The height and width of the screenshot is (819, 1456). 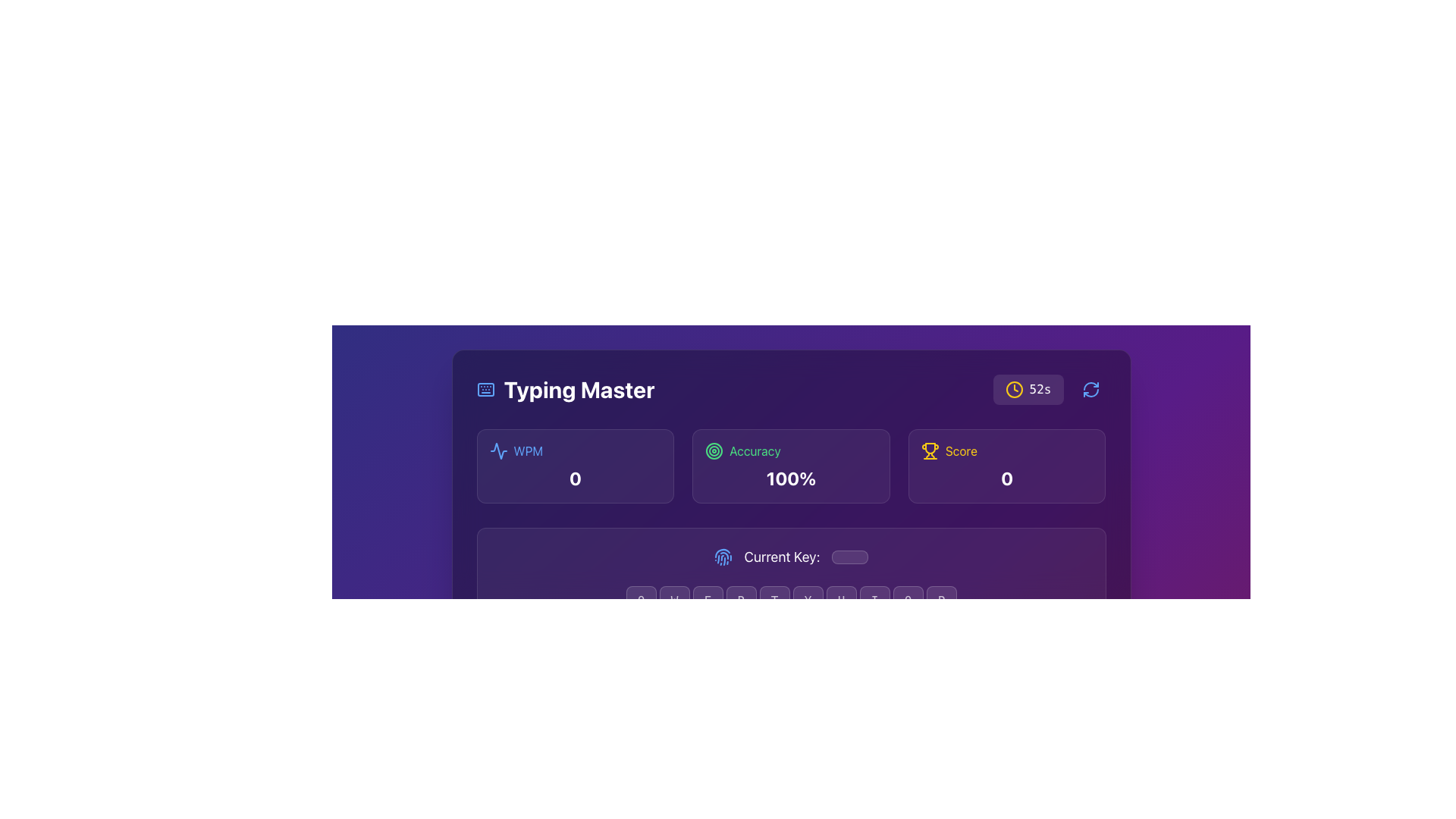 I want to click on the refresh button located at the top right portion of the interface, next to the time display labeled '56s', so click(x=1090, y=388).